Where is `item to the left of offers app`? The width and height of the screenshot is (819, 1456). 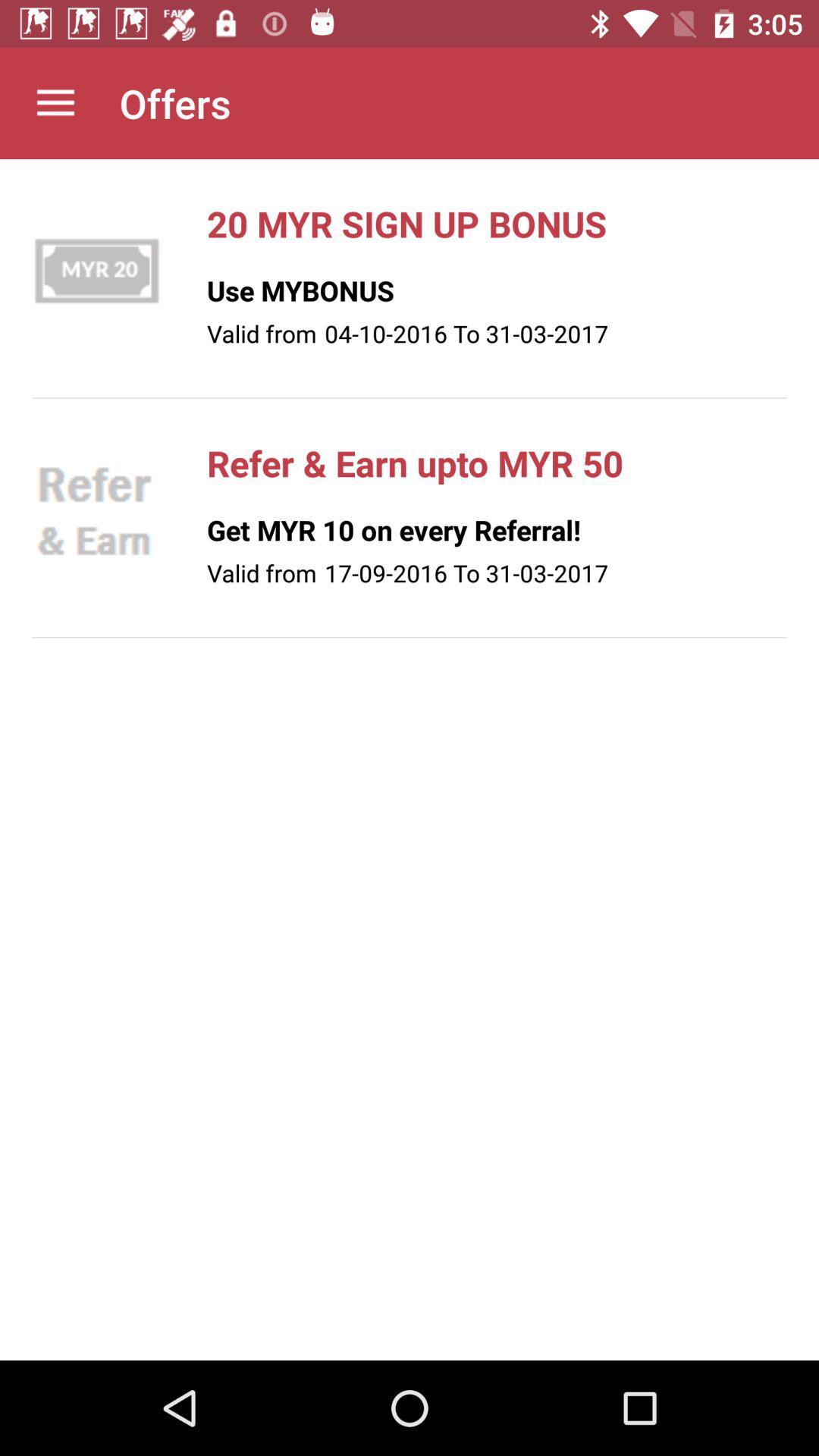
item to the left of offers app is located at coordinates (55, 102).